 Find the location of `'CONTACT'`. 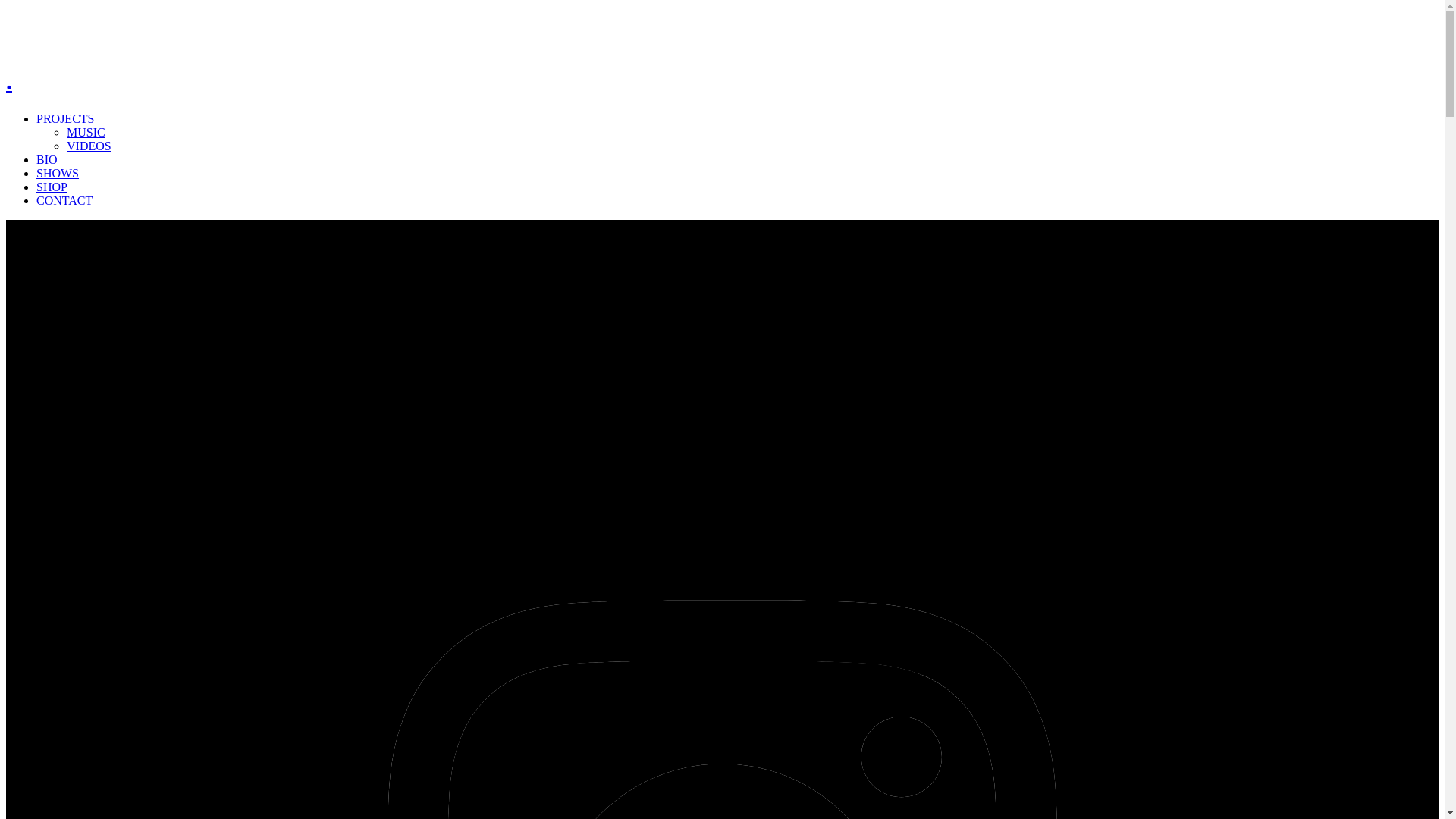

'CONTACT' is located at coordinates (64, 199).